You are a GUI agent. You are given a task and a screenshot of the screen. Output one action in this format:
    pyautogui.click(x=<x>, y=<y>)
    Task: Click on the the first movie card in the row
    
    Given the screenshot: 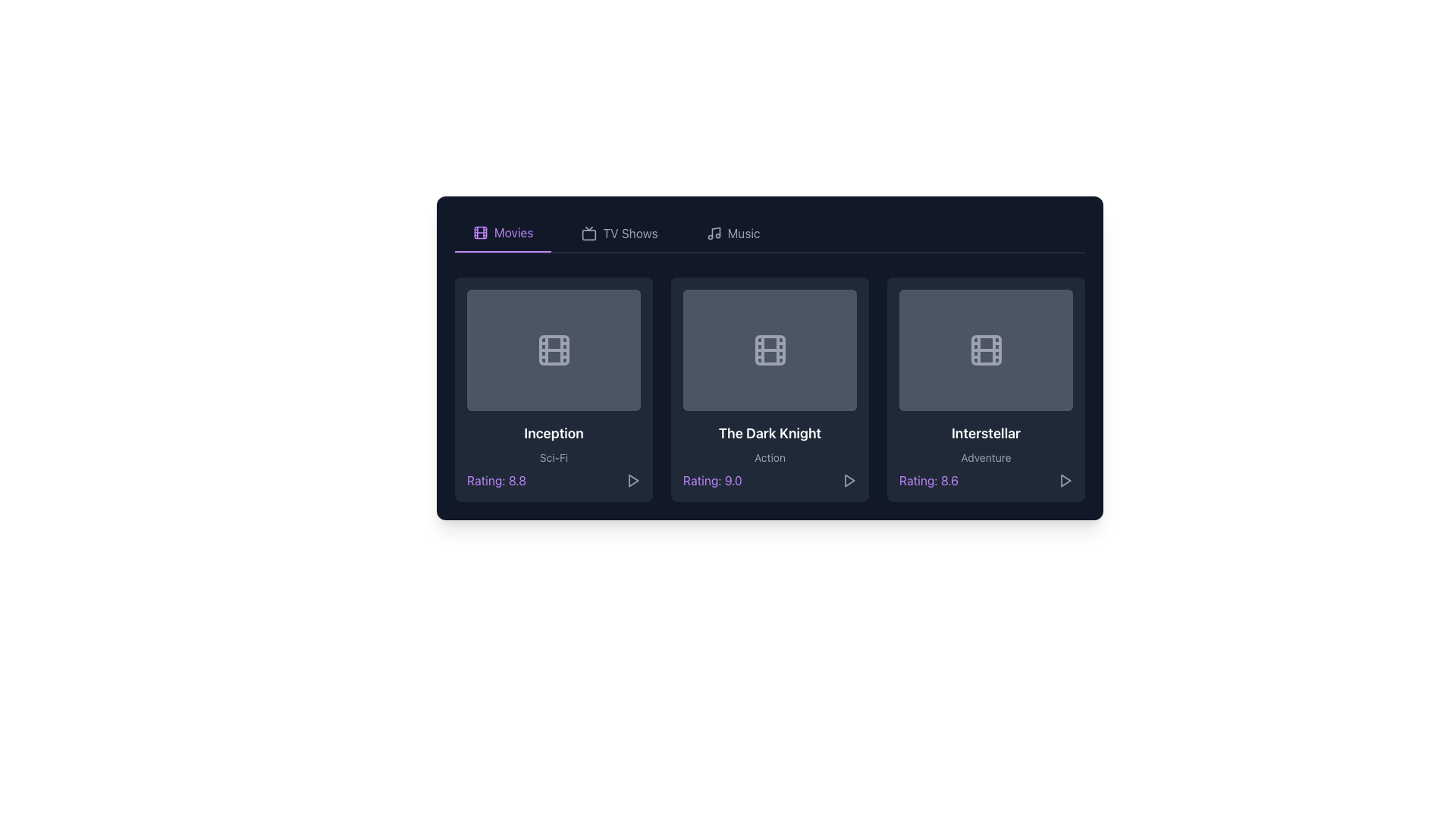 What is the action you would take?
    pyautogui.click(x=553, y=388)
    